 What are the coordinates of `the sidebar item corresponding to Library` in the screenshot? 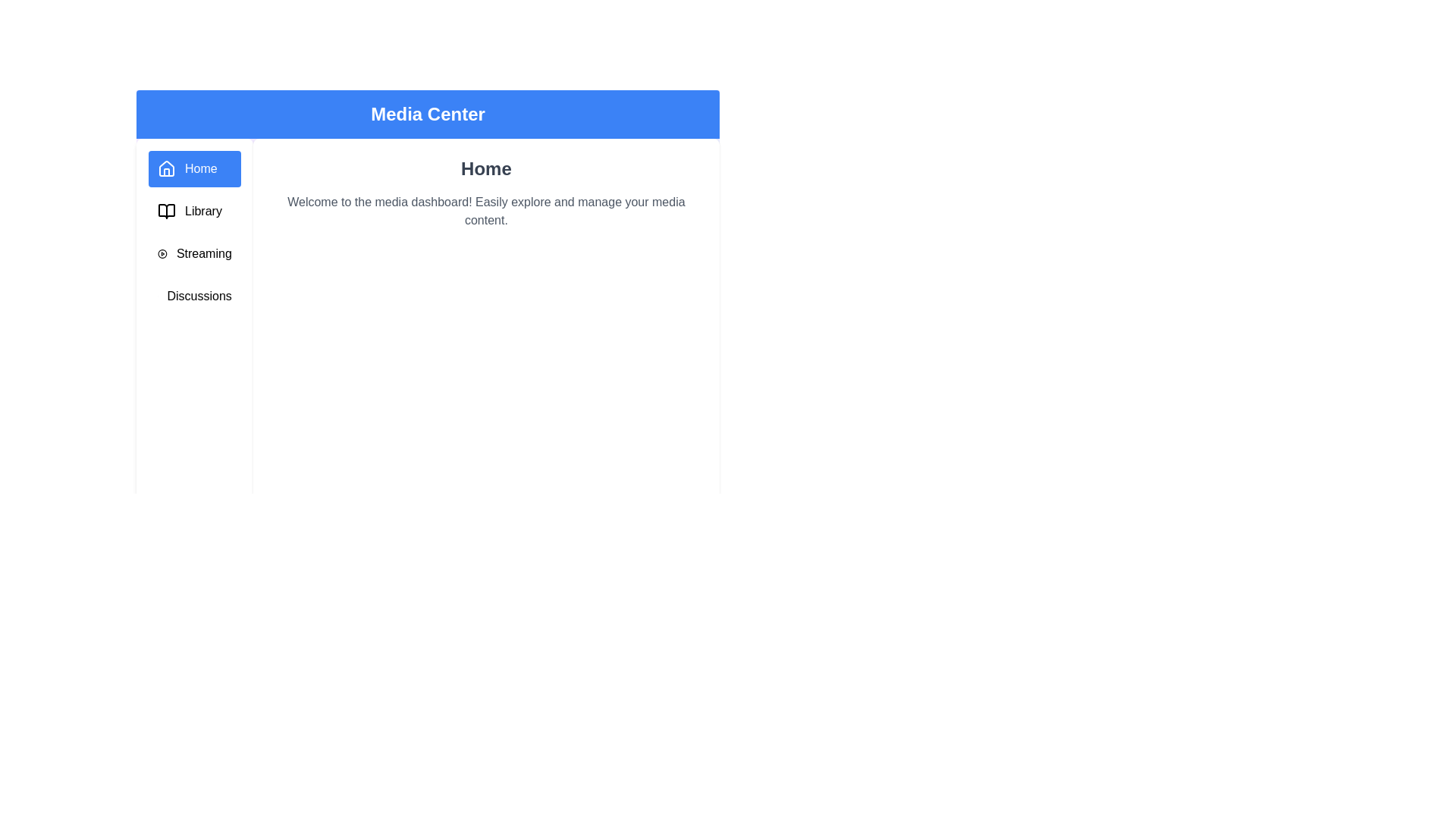 It's located at (193, 211).